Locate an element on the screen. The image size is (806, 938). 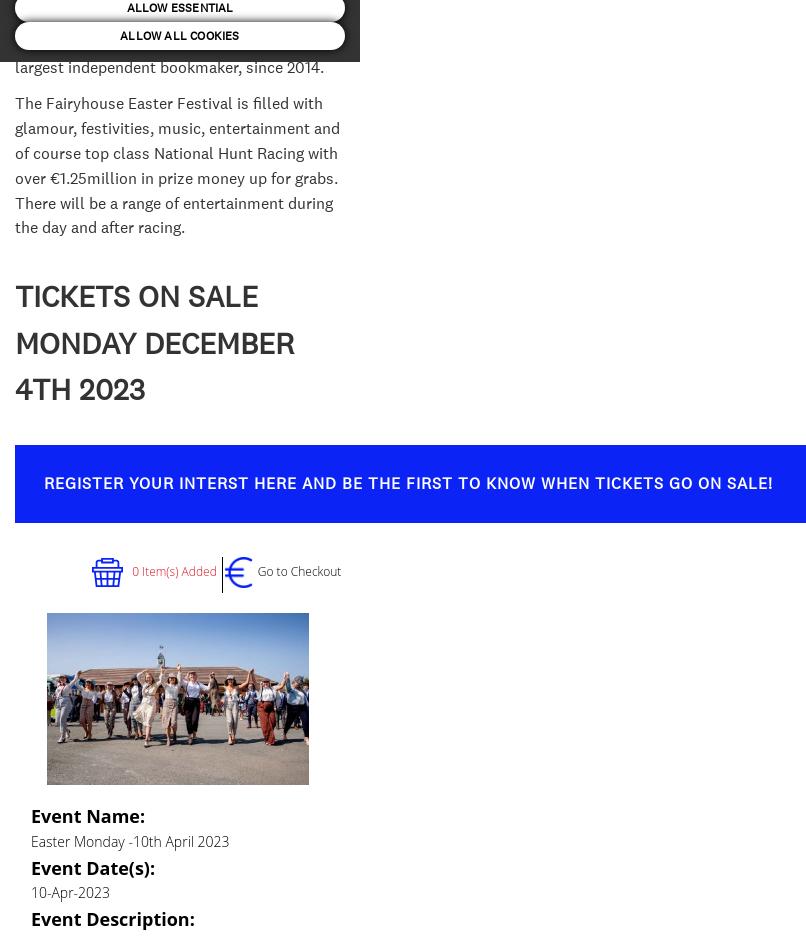
'Go to Checkout' is located at coordinates (299, 570).